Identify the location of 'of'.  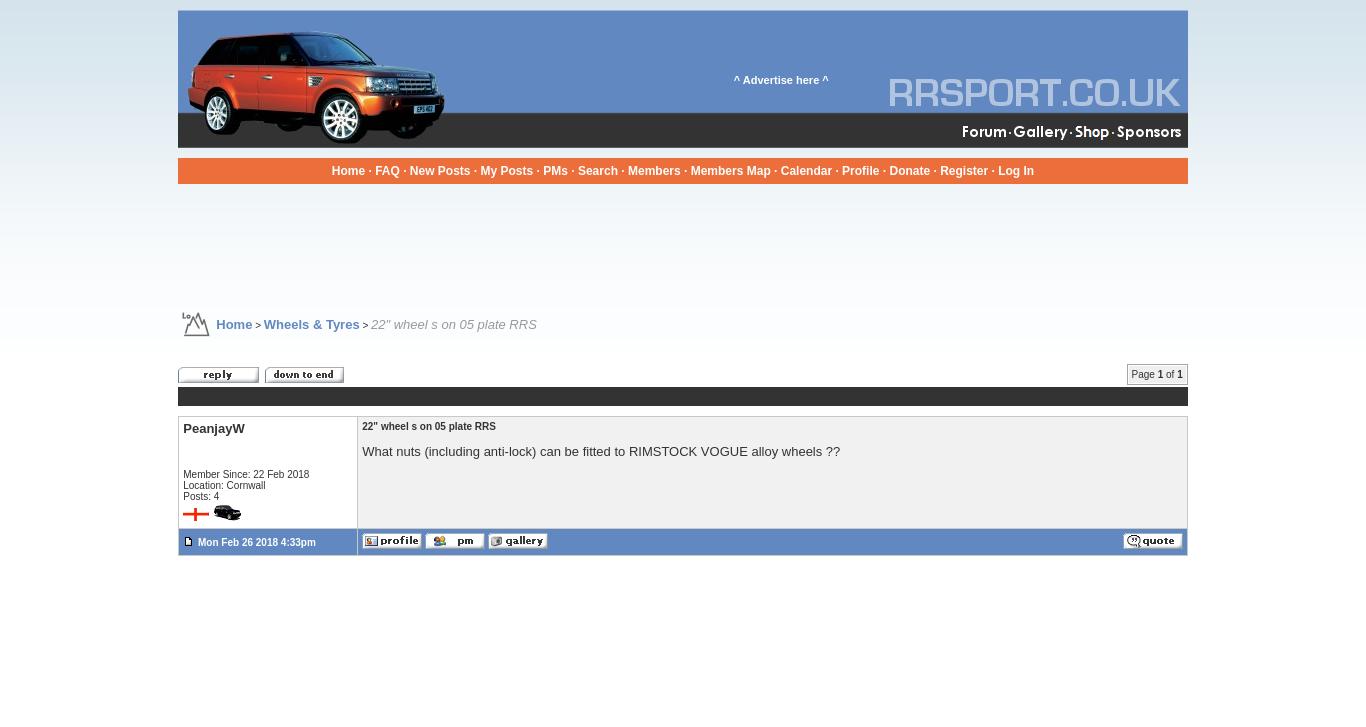
(1169, 373).